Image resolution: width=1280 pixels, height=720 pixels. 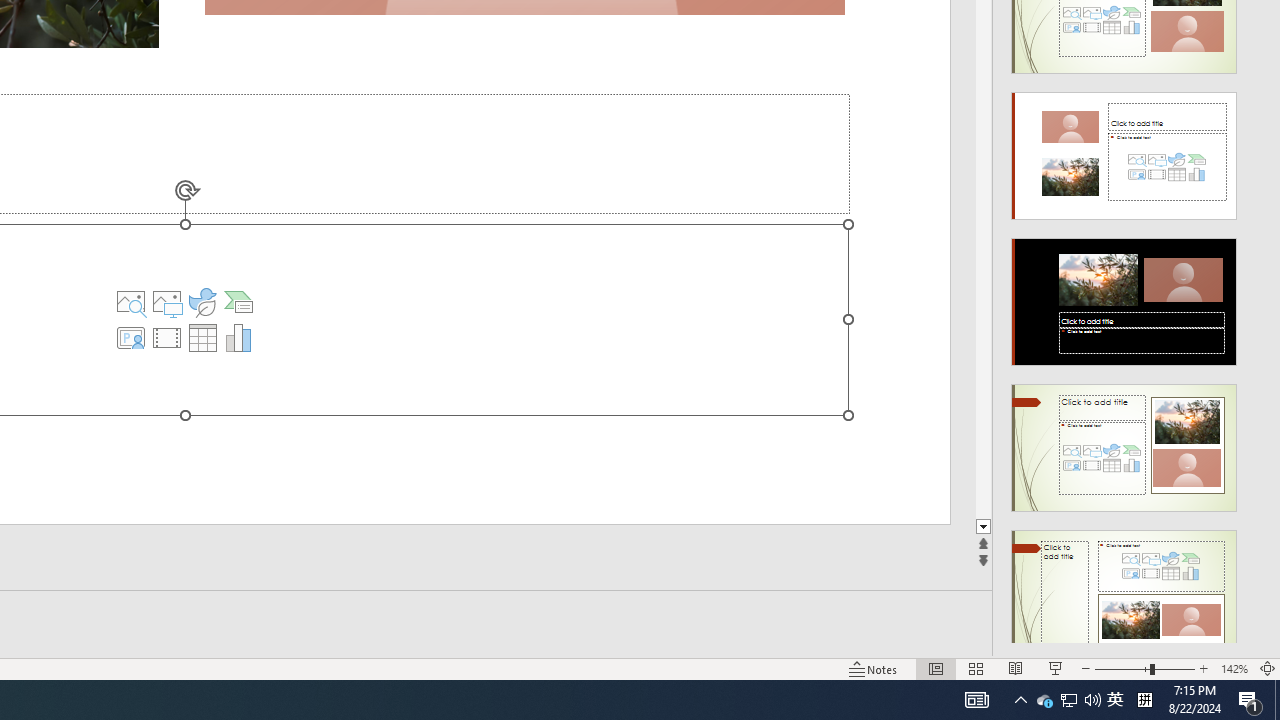 What do you see at coordinates (238, 337) in the screenshot?
I see `'Insert Chart'` at bounding box center [238, 337].